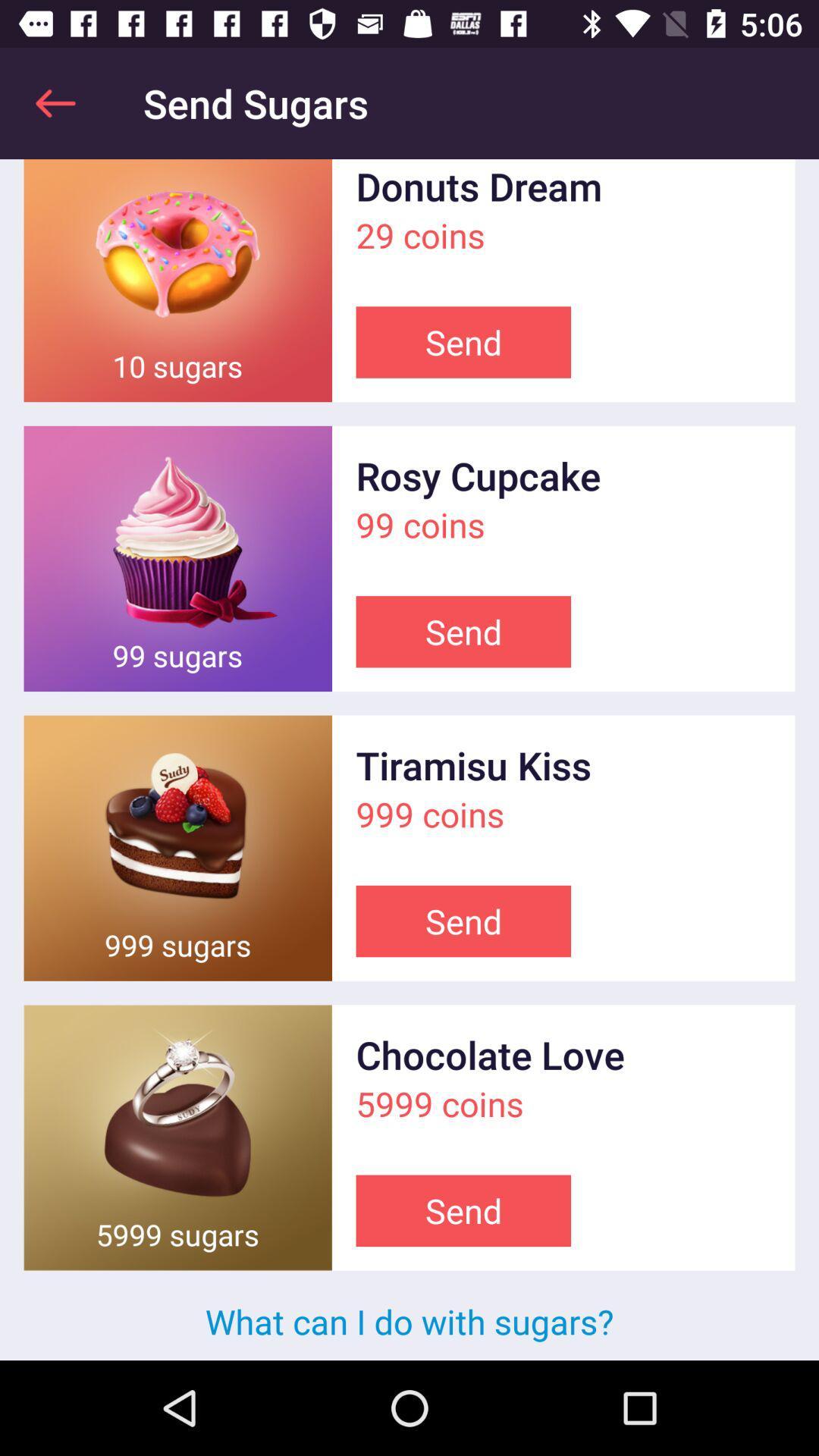 Image resolution: width=819 pixels, height=1456 pixels. Describe the element at coordinates (177, 1137) in the screenshot. I see `send sugars` at that location.